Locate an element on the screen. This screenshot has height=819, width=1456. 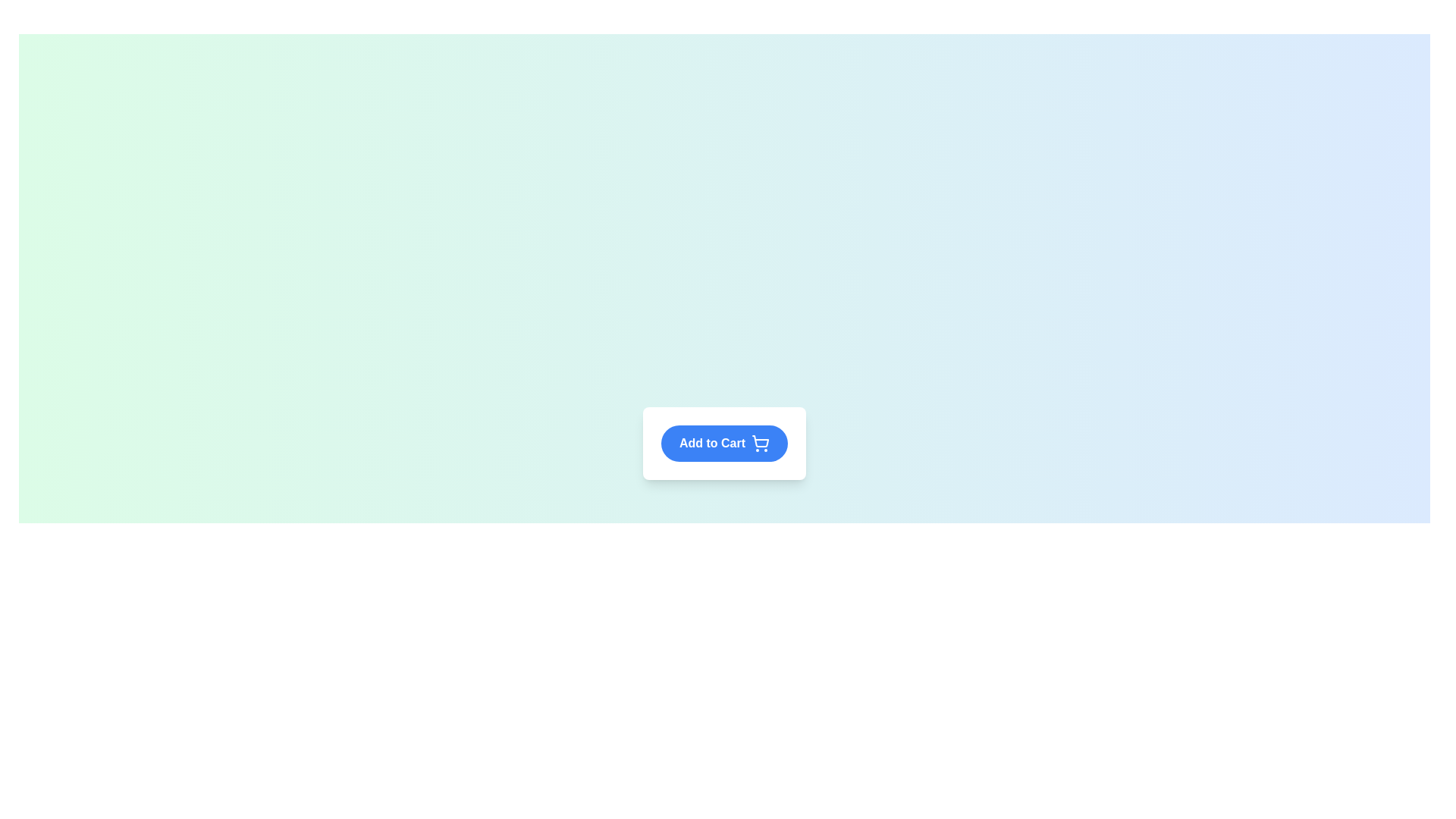
the shopping cart icon located inside the 'Add to Cart' button, which is positioned to the right of the text label is located at coordinates (761, 444).